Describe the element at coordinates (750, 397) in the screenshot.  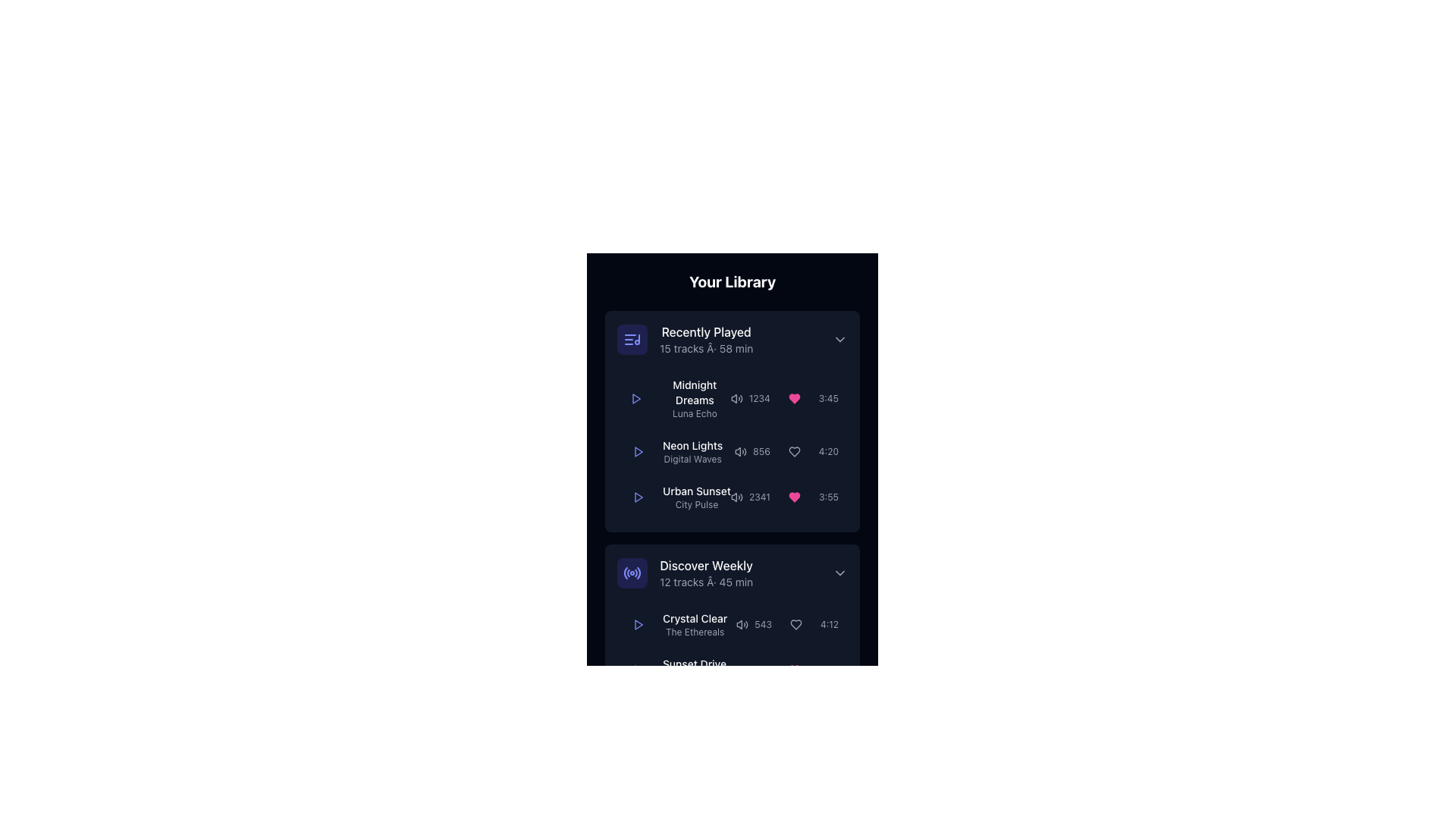
I see `the text label displaying the number '1234' in gray color, which is associated with the volume/sound icon, located in the 'Recently Played' list after the song title 'Midnight Dreams'` at that location.